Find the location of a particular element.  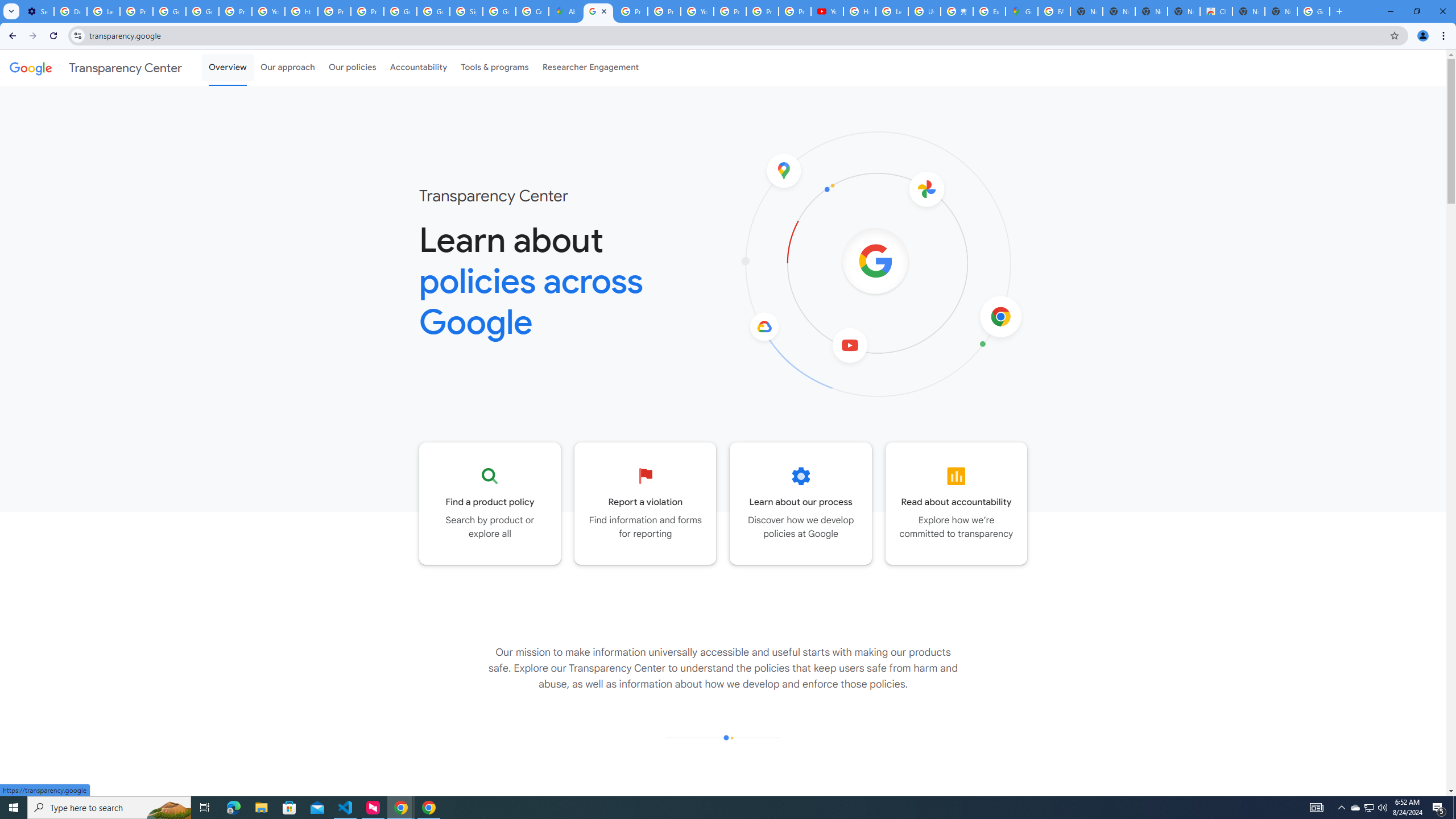

'Create your Google Account' is located at coordinates (531, 11).